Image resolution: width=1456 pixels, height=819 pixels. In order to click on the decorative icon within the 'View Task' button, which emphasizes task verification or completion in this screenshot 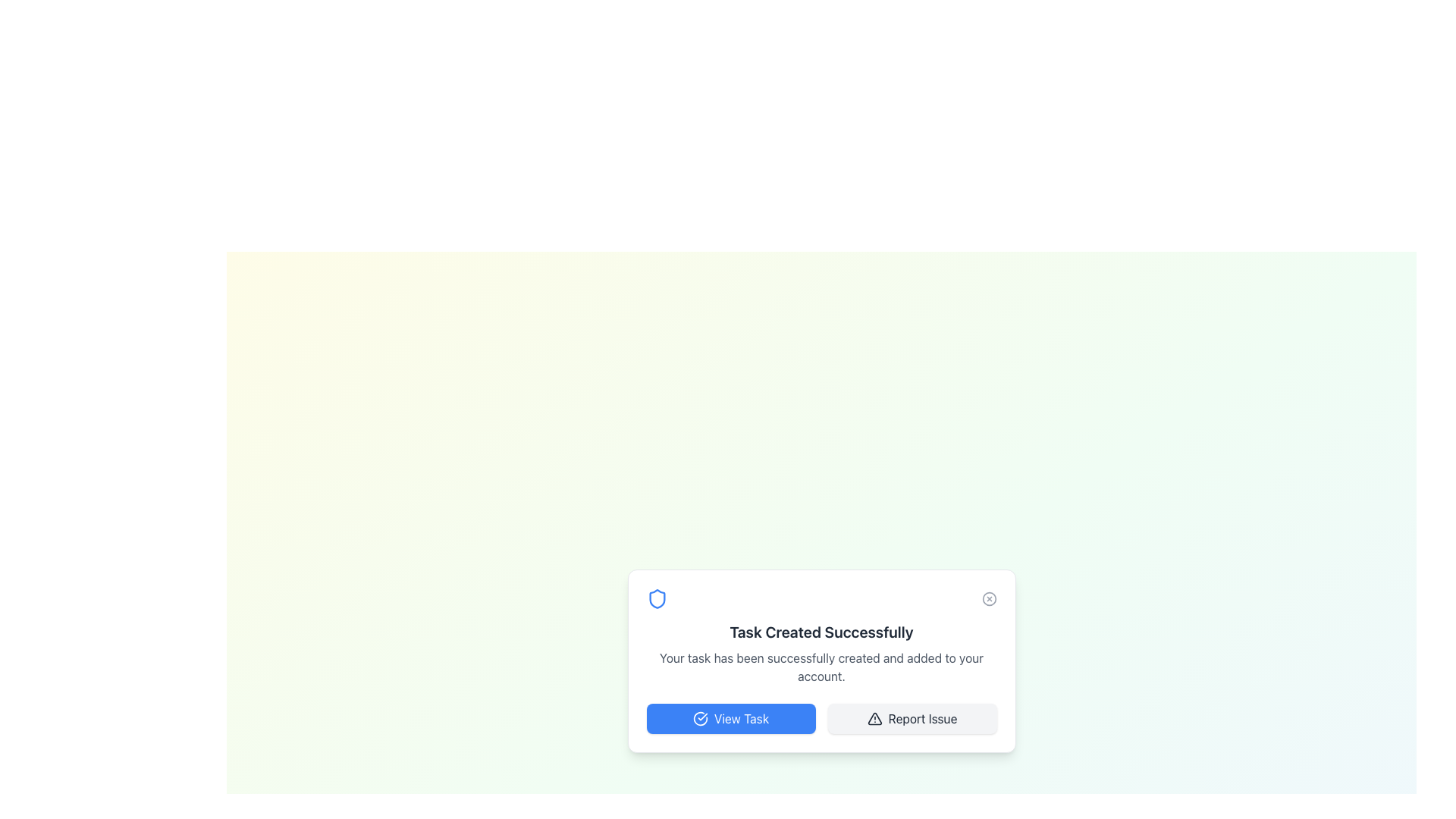, I will do `click(698, 718)`.